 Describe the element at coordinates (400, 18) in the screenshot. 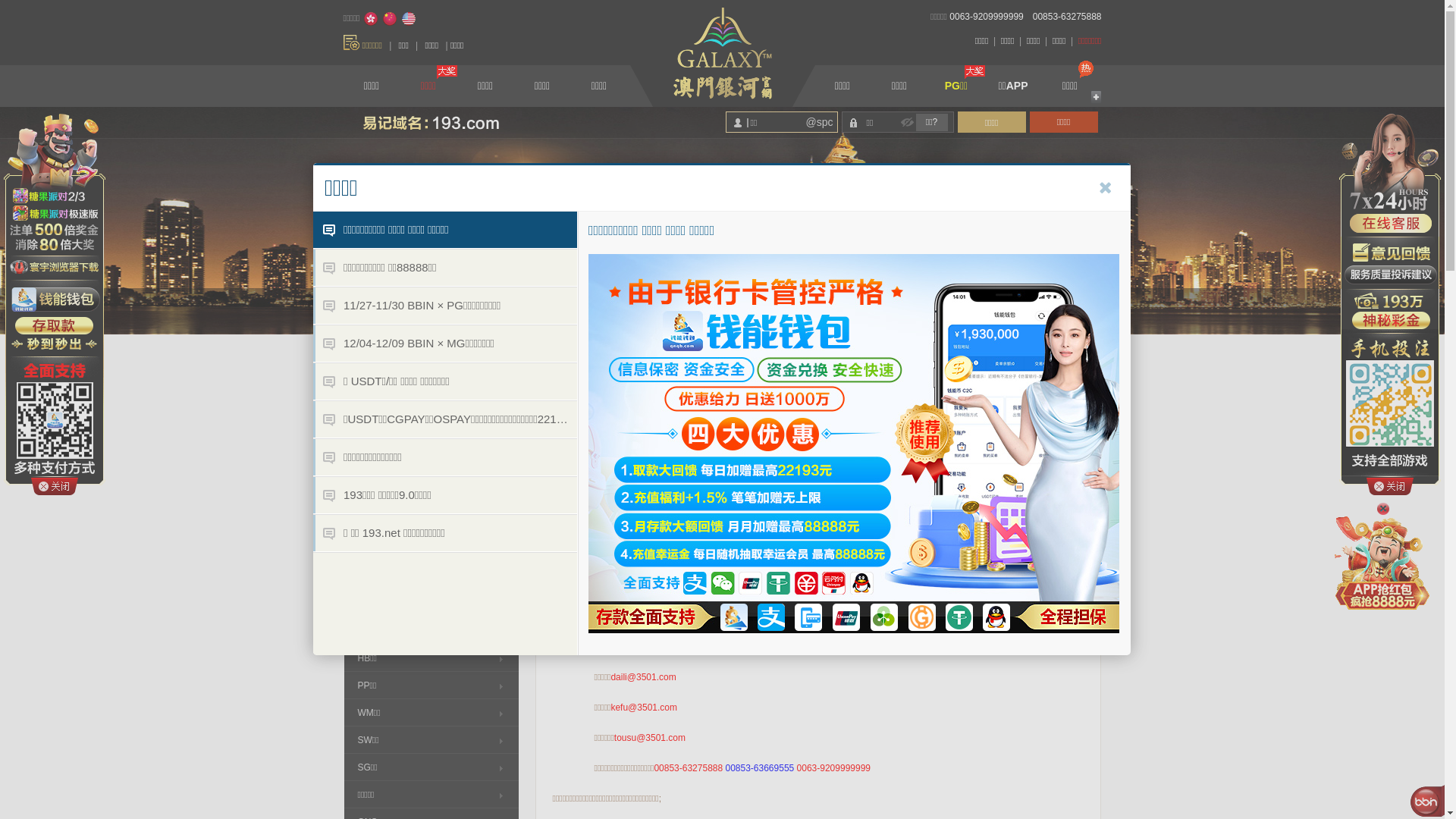

I see `'English'` at that location.